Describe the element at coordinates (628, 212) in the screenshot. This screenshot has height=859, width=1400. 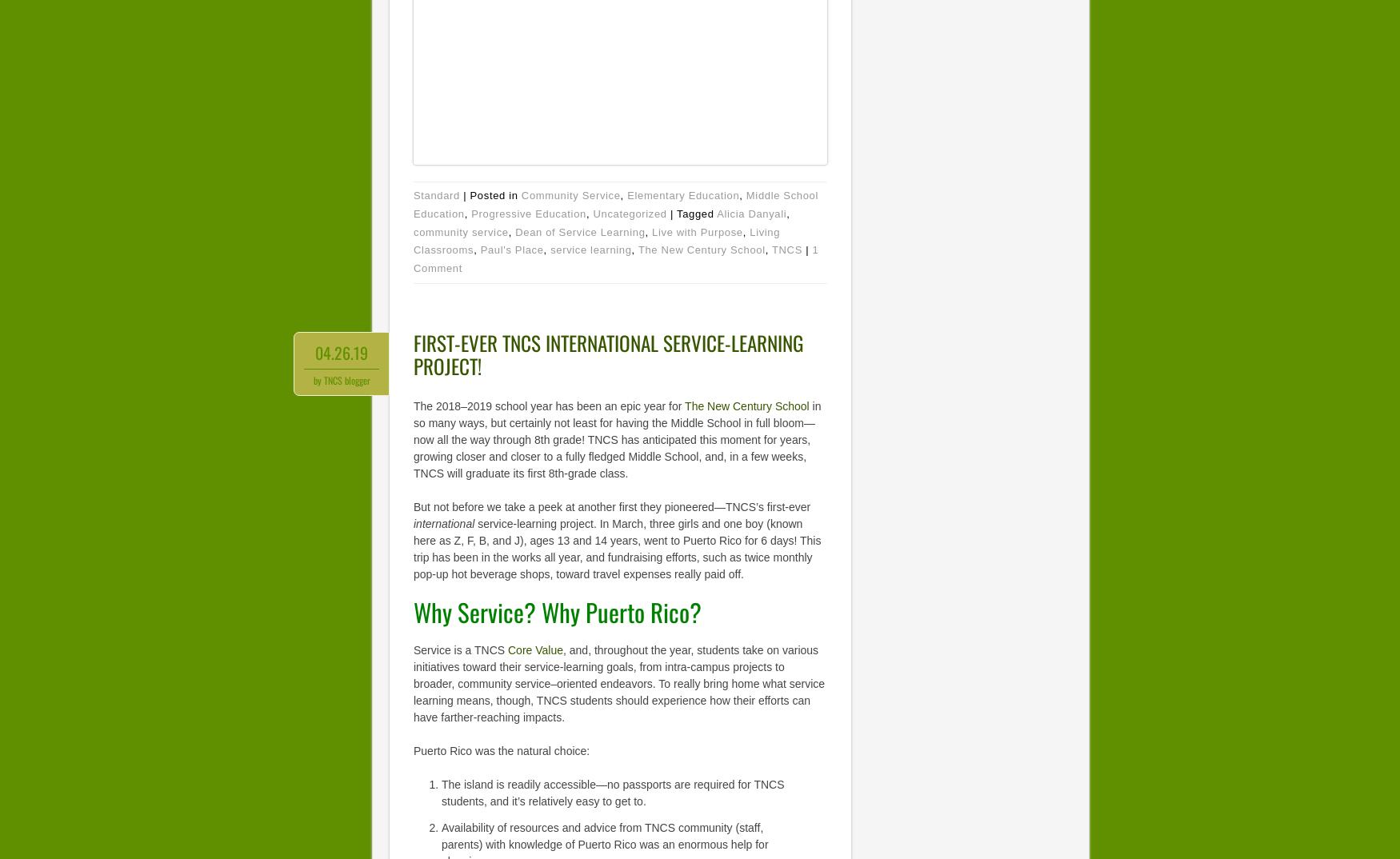
I see `'Uncategorized'` at that location.